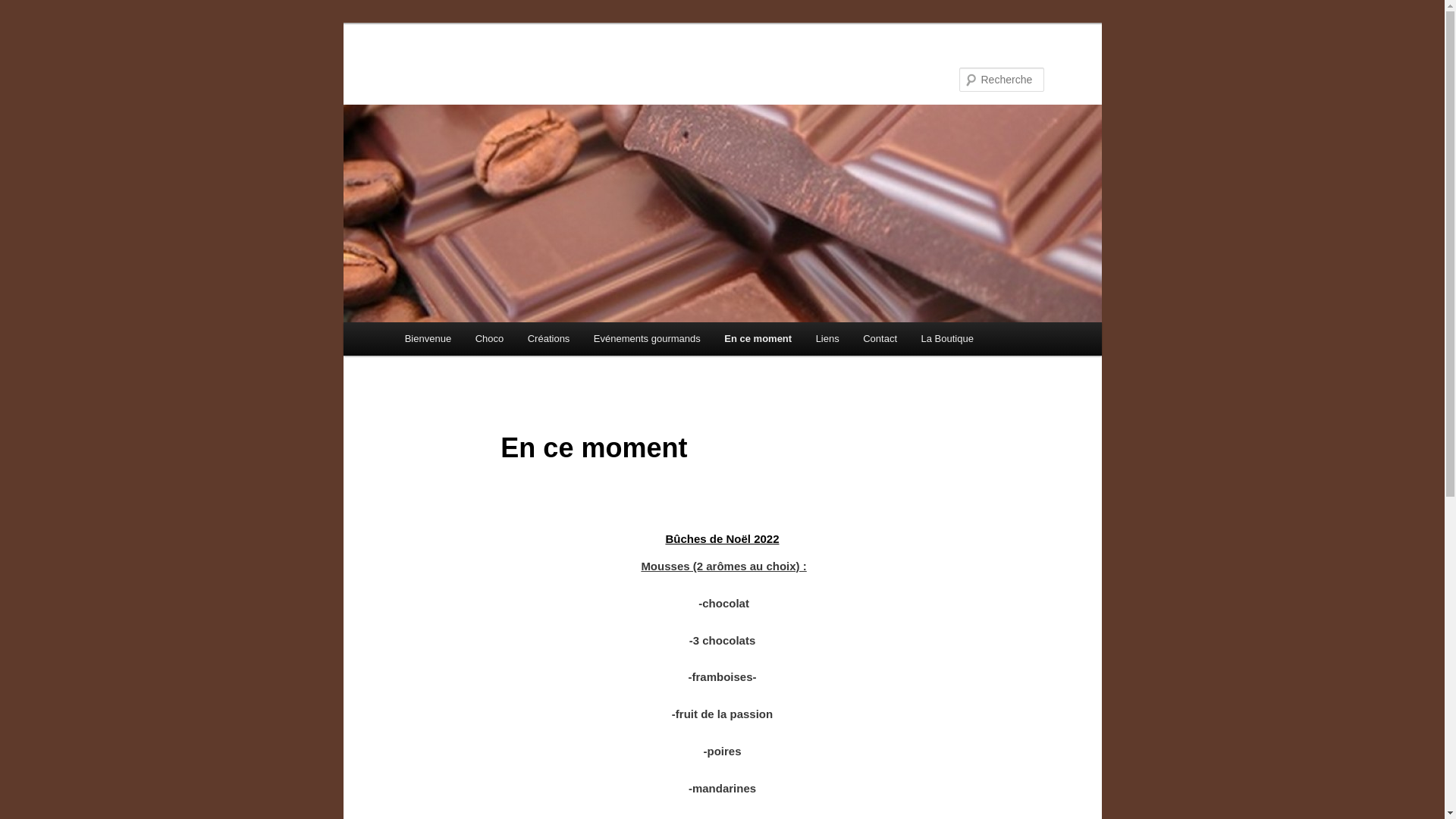 Image resolution: width=1456 pixels, height=819 pixels. I want to click on 'Liens', so click(803, 337).